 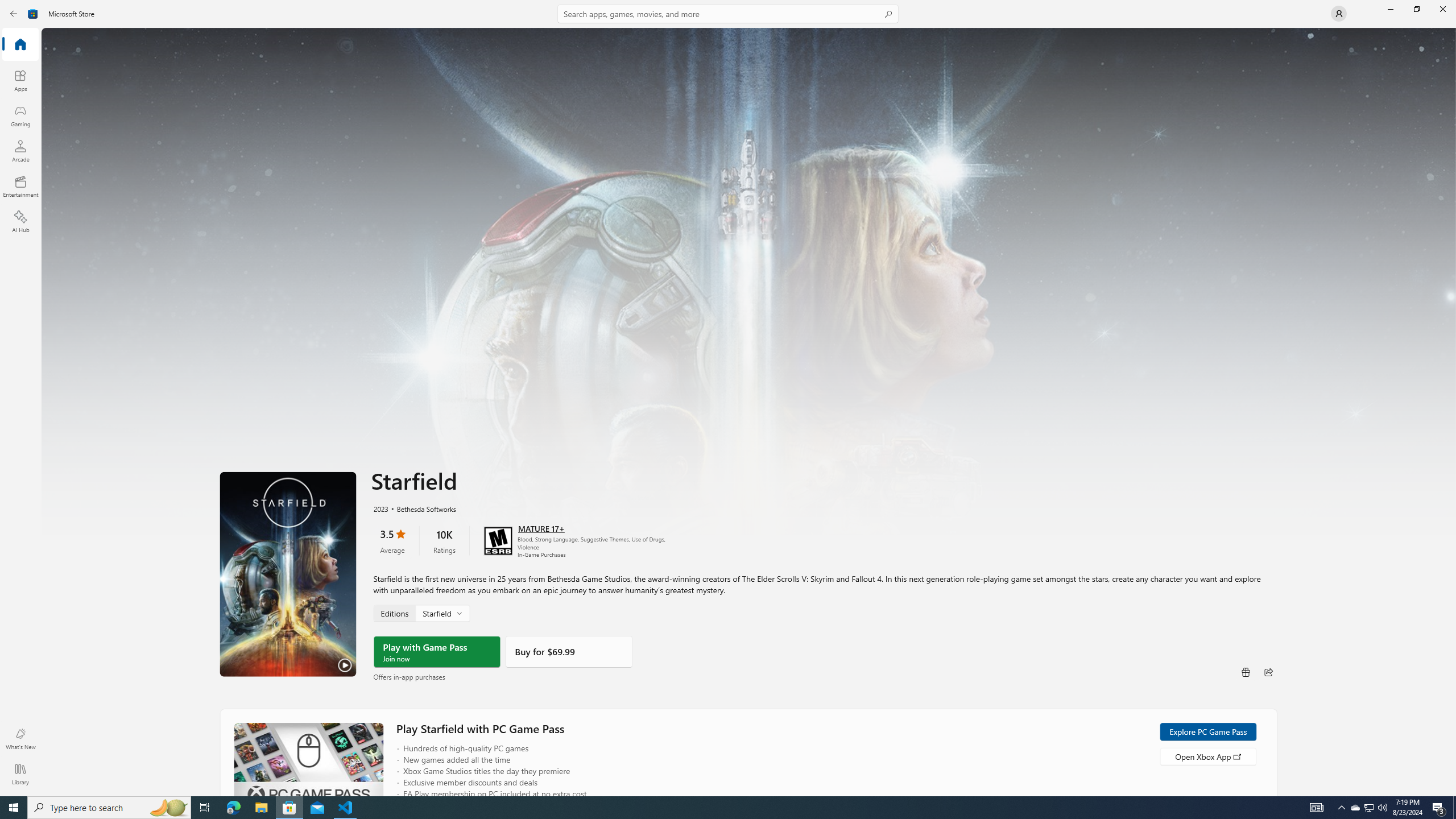 I want to click on 'Home', so click(x=19, y=44).